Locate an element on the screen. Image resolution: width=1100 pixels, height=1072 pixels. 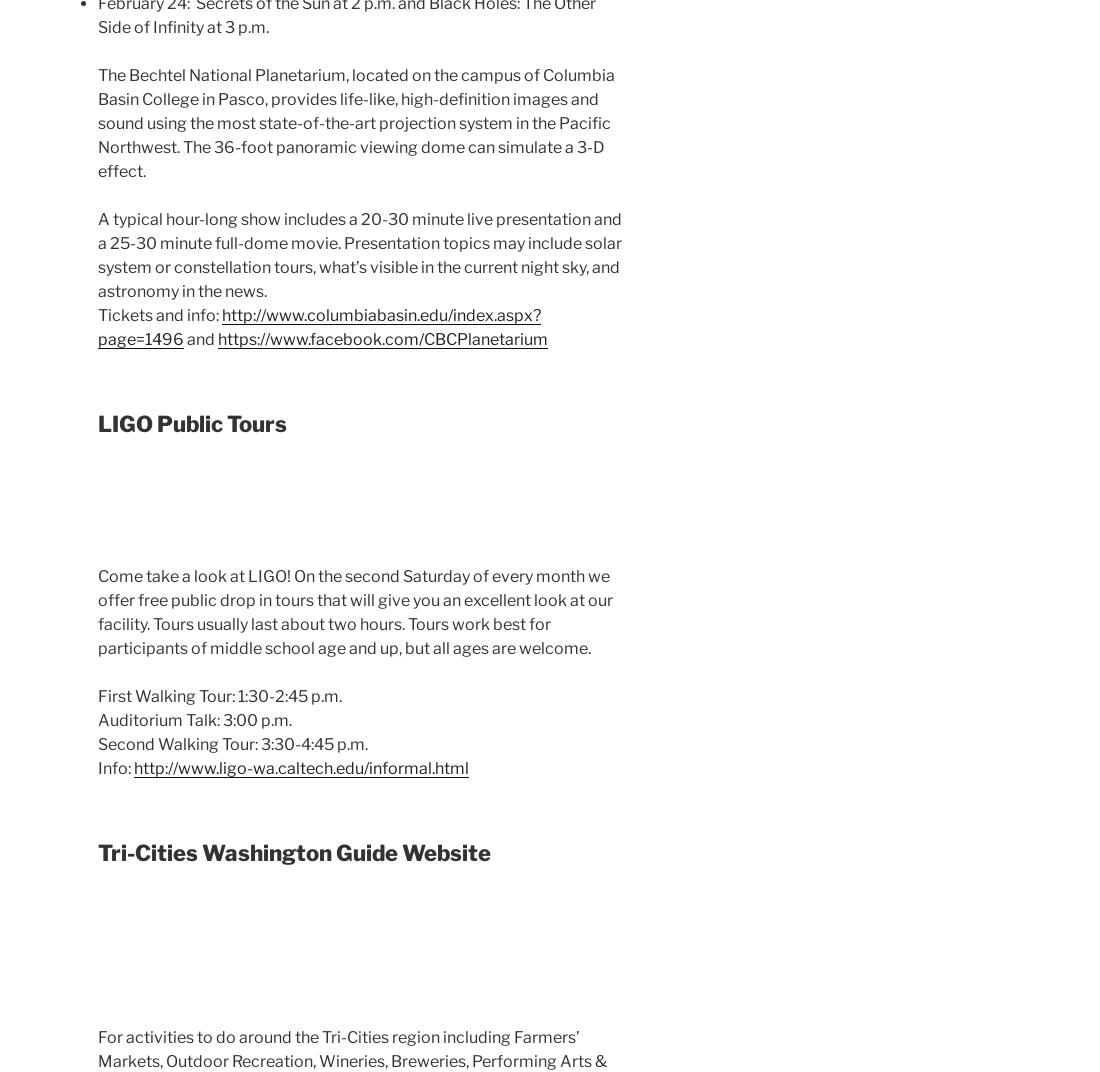
'Tri-Cities Washington Guide Website' is located at coordinates (293, 851).